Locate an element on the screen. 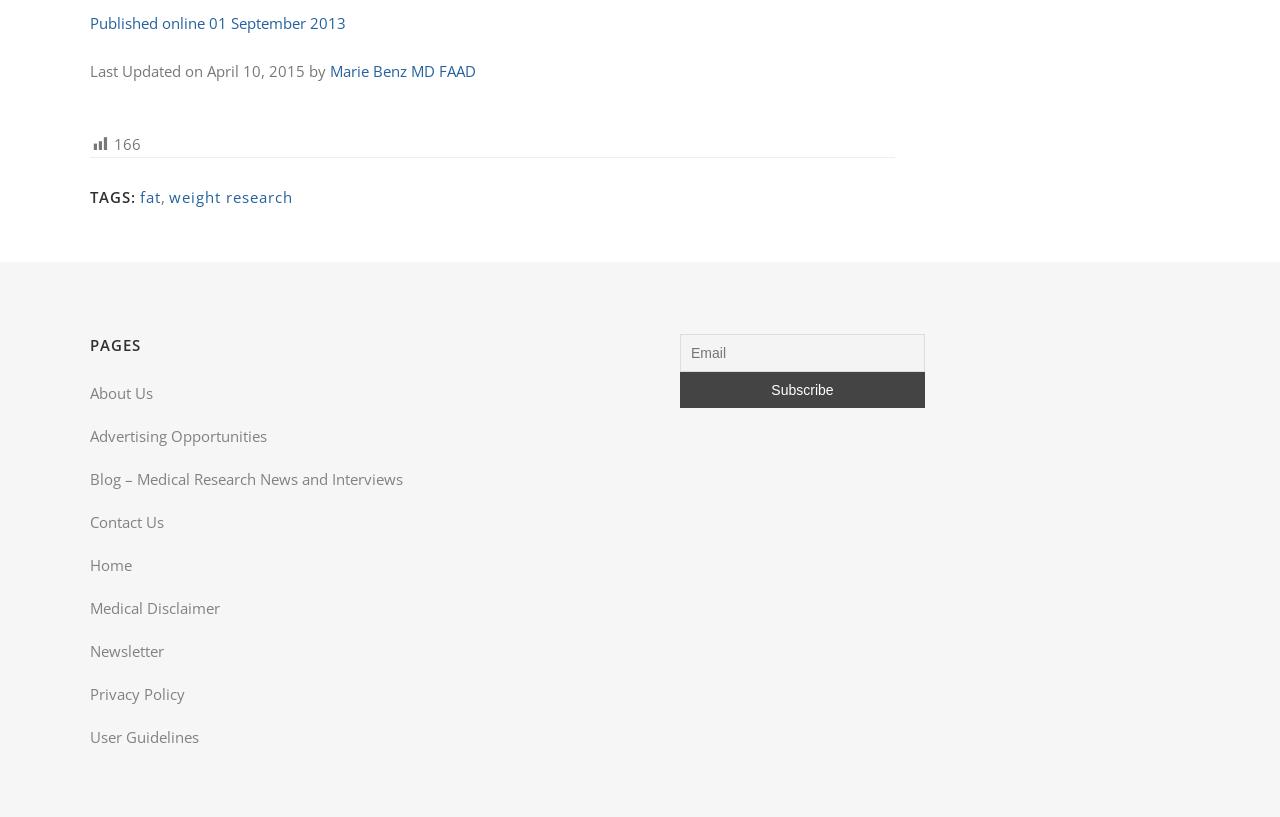  'Medical Disclaimer' is located at coordinates (88, 608).